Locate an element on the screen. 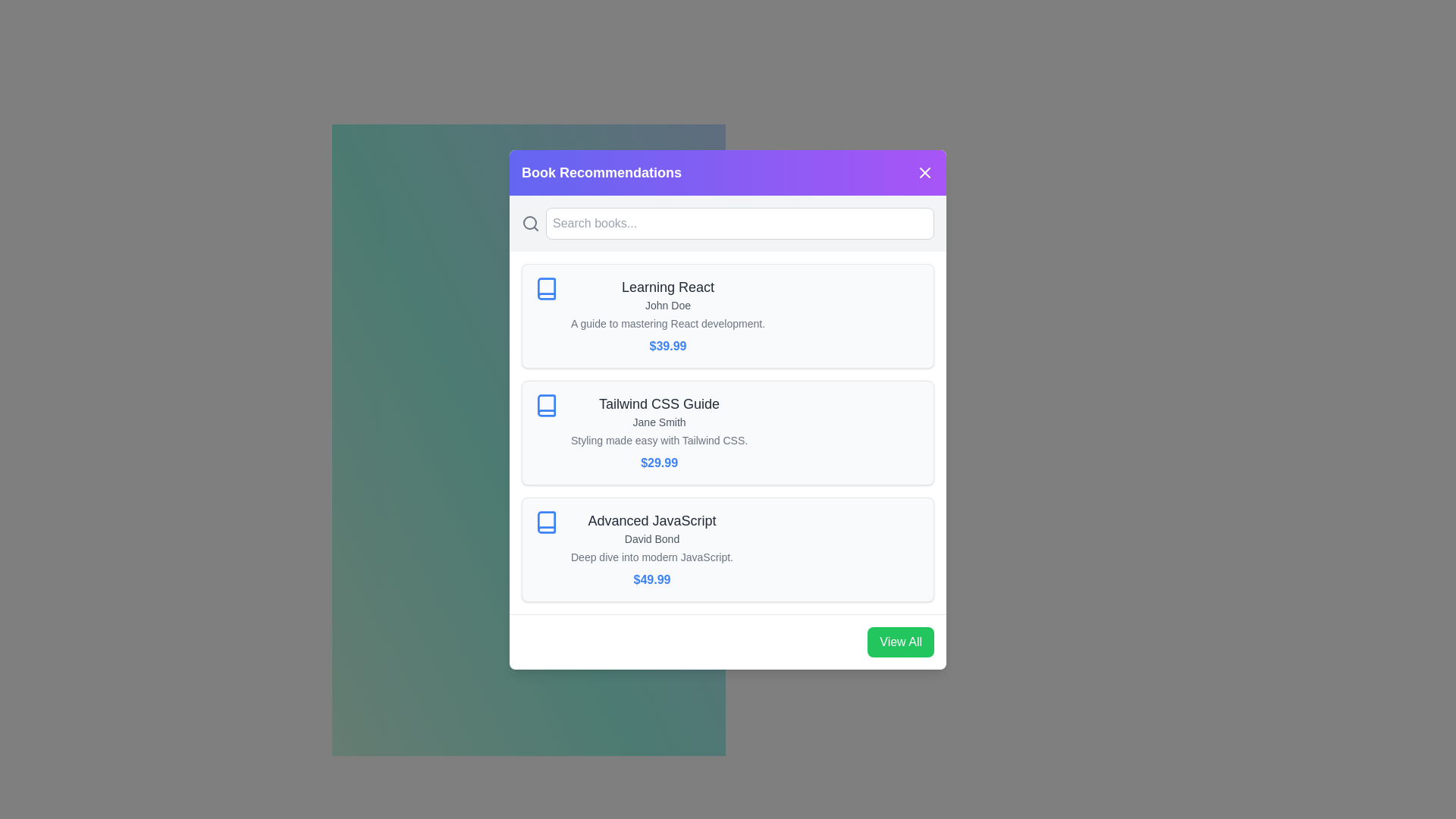 This screenshot has width=1456, height=819. the 'View All' button, which is a solid green rectangular button with rounded corners located at the bottom-right of the dialog box is located at coordinates (901, 641).